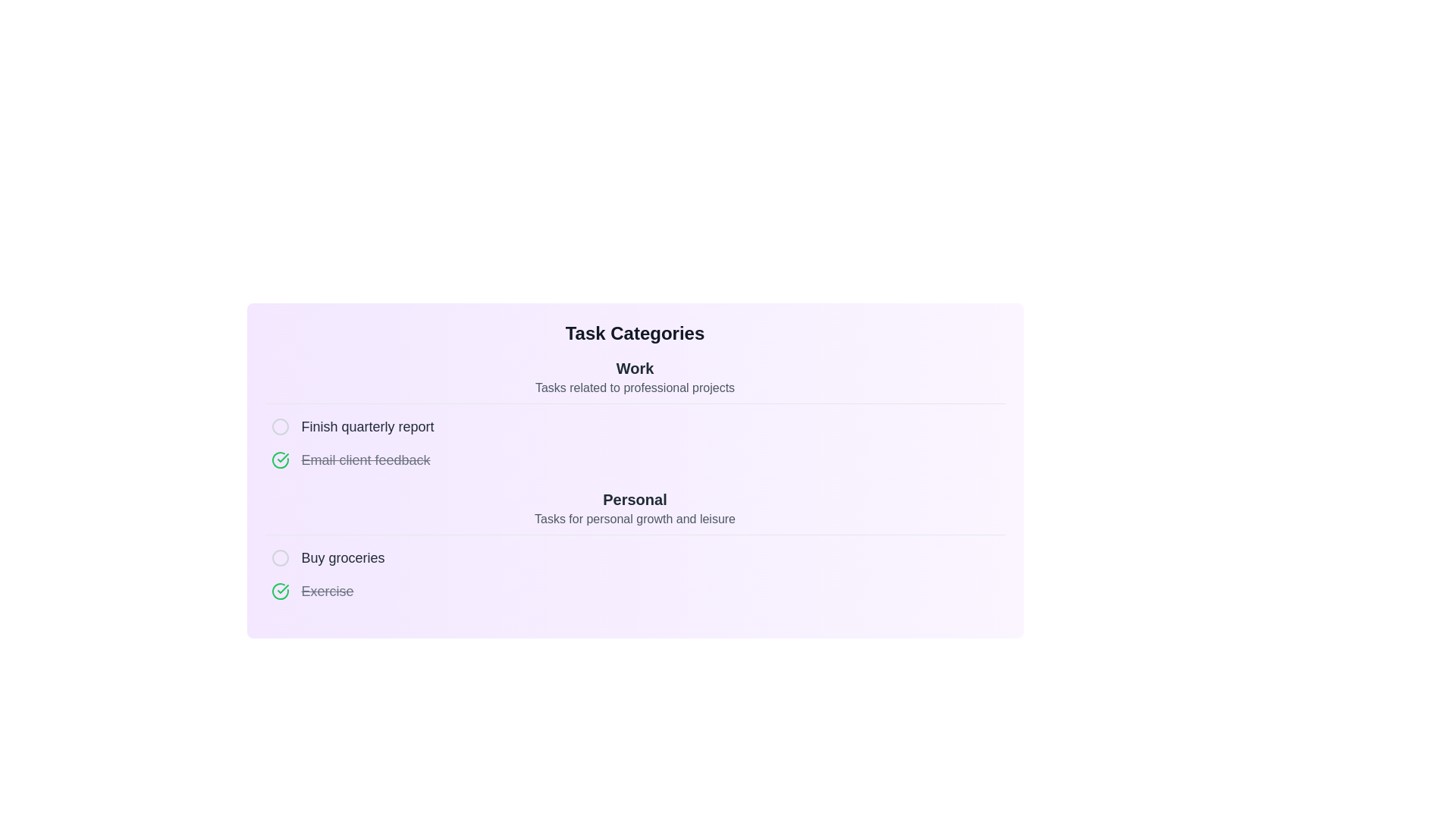  What do you see at coordinates (280, 558) in the screenshot?
I see `the Circle SVG graphic element representing the task status toggle next to 'Buy groceries' in the Personal category to interact with it` at bounding box center [280, 558].